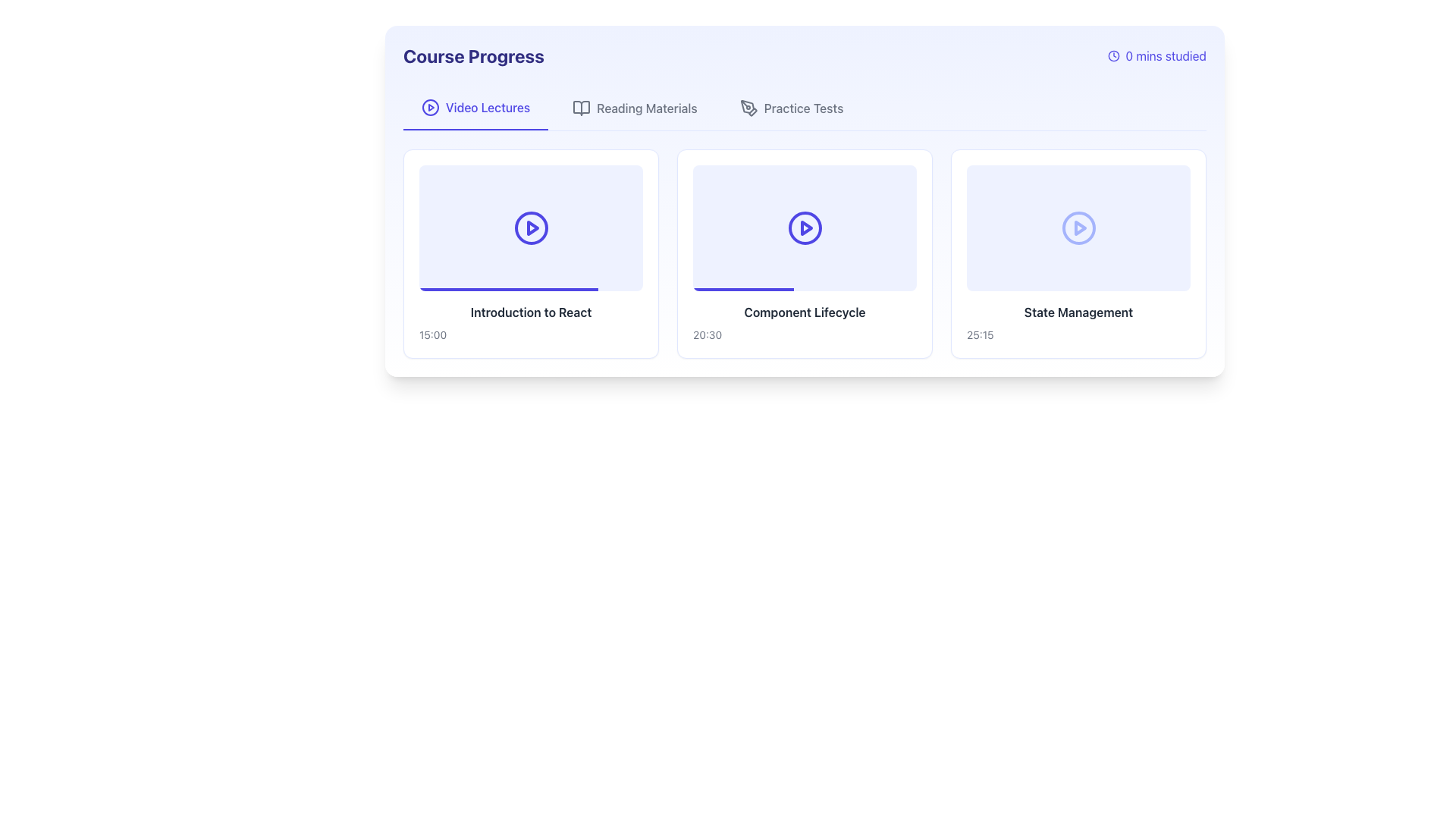  Describe the element at coordinates (1078, 227) in the screenshot. I see `the circular play icon with a thin indigo outline and a triangular play symbol, located in the 'State Management' video card, to play the video` at that location.